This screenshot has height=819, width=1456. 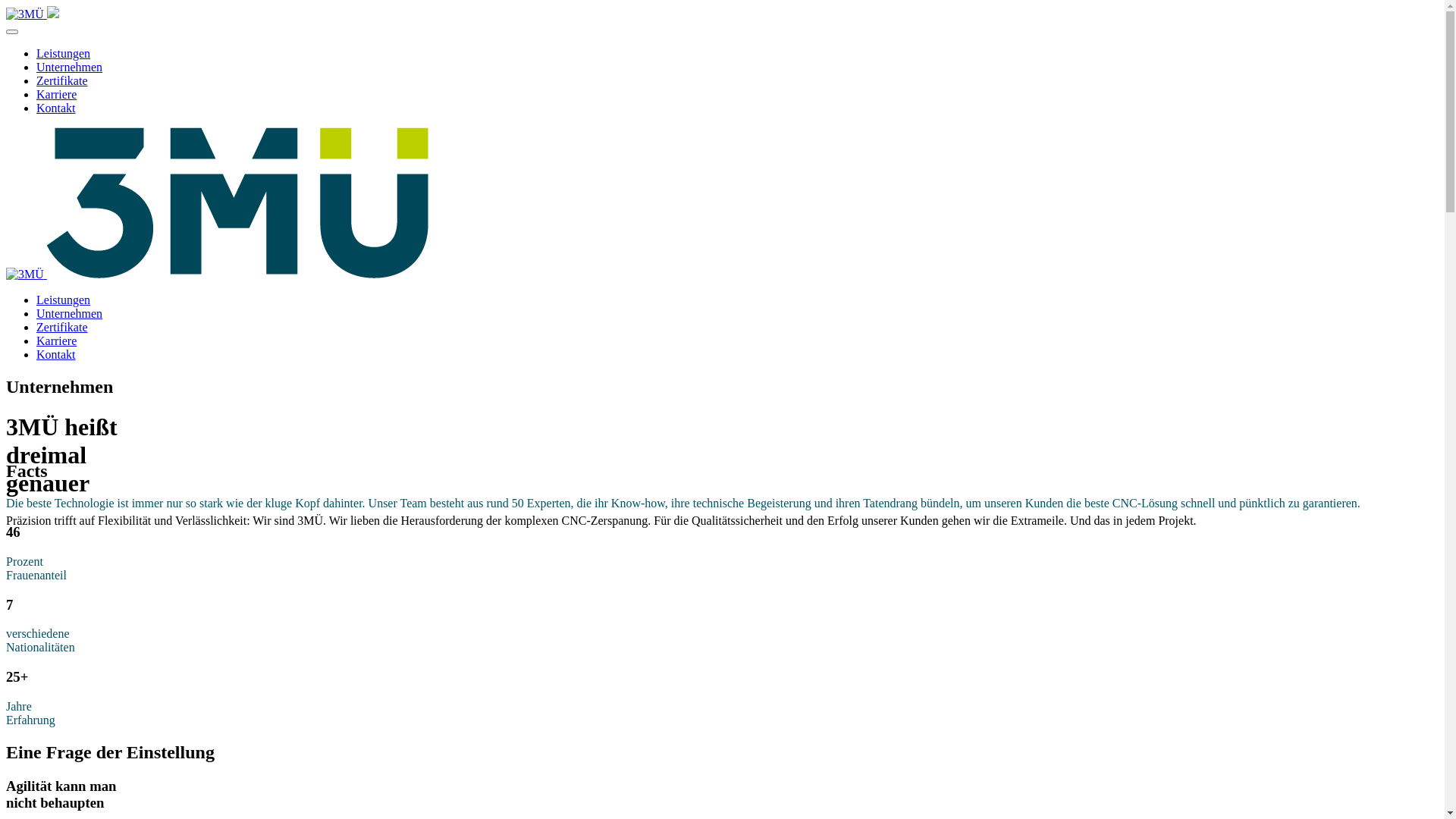 What do you see at coordinates (36, 52) in the screenshot?
I see `'Leistungen'` at bounding box center [36, 52].